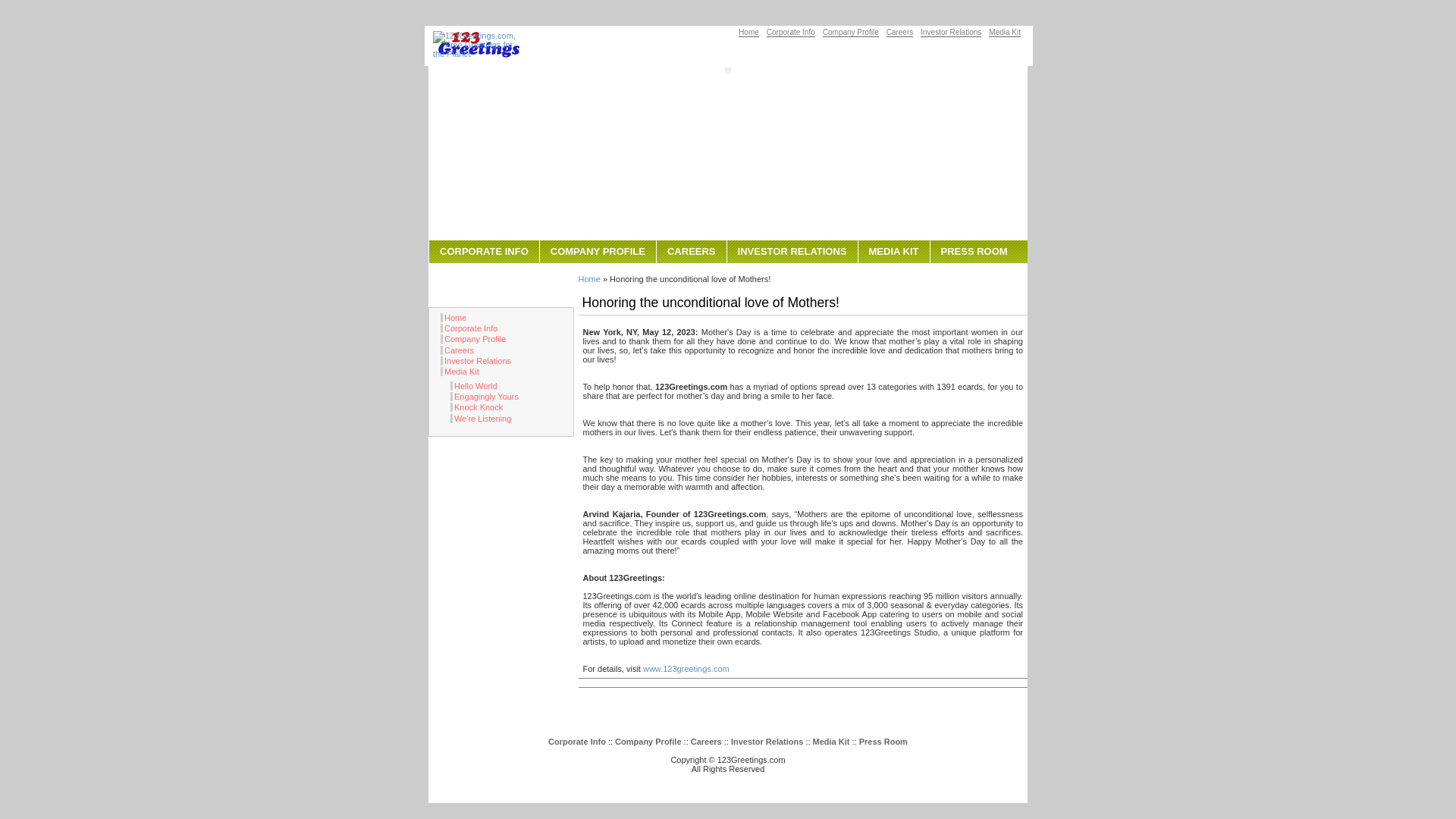  Describe the element at coordinates (851, 32) in the screenshot. I see `'Company Profile'` at that location.